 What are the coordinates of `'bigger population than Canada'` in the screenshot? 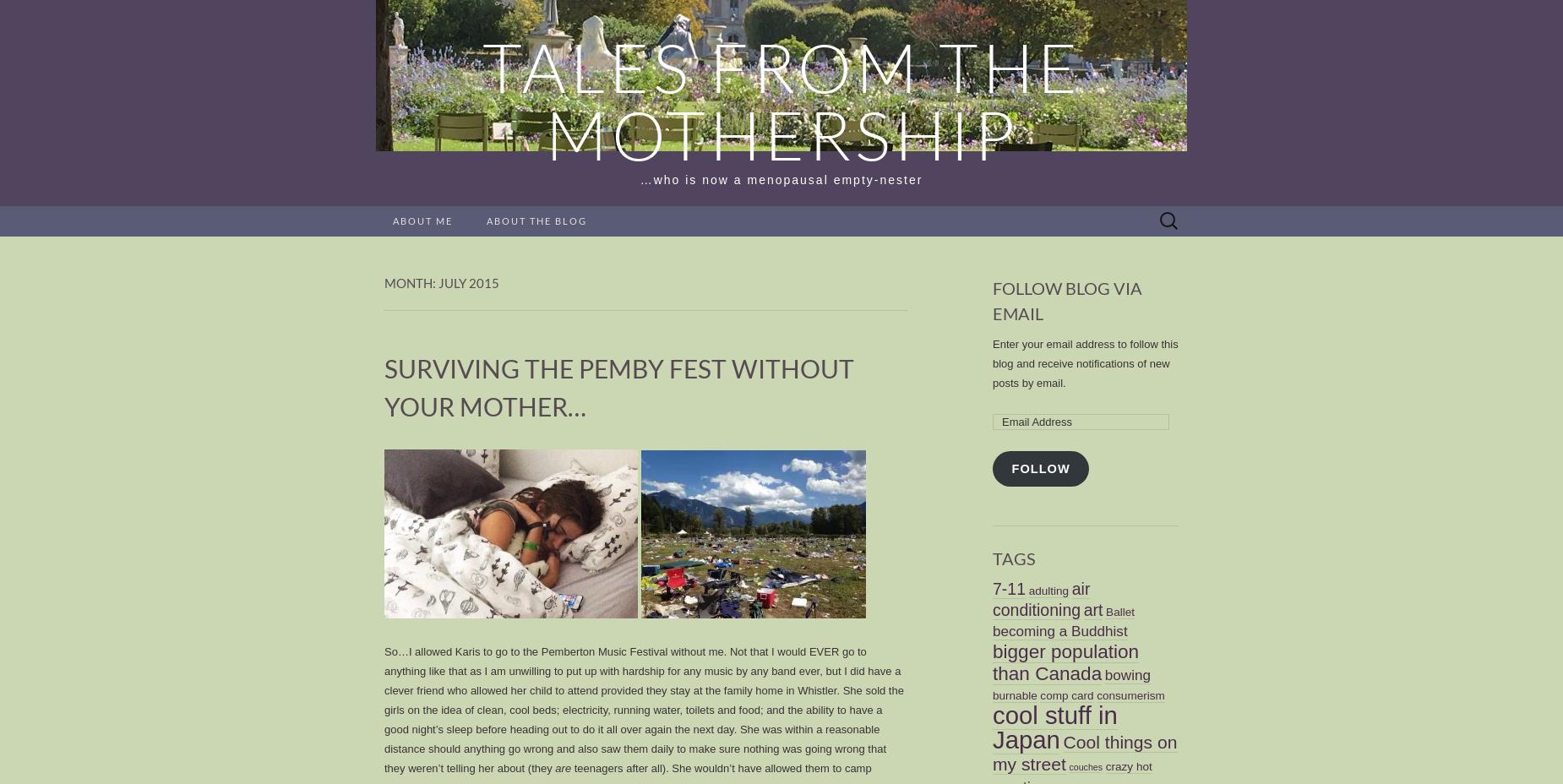 It's located at (991, 661).